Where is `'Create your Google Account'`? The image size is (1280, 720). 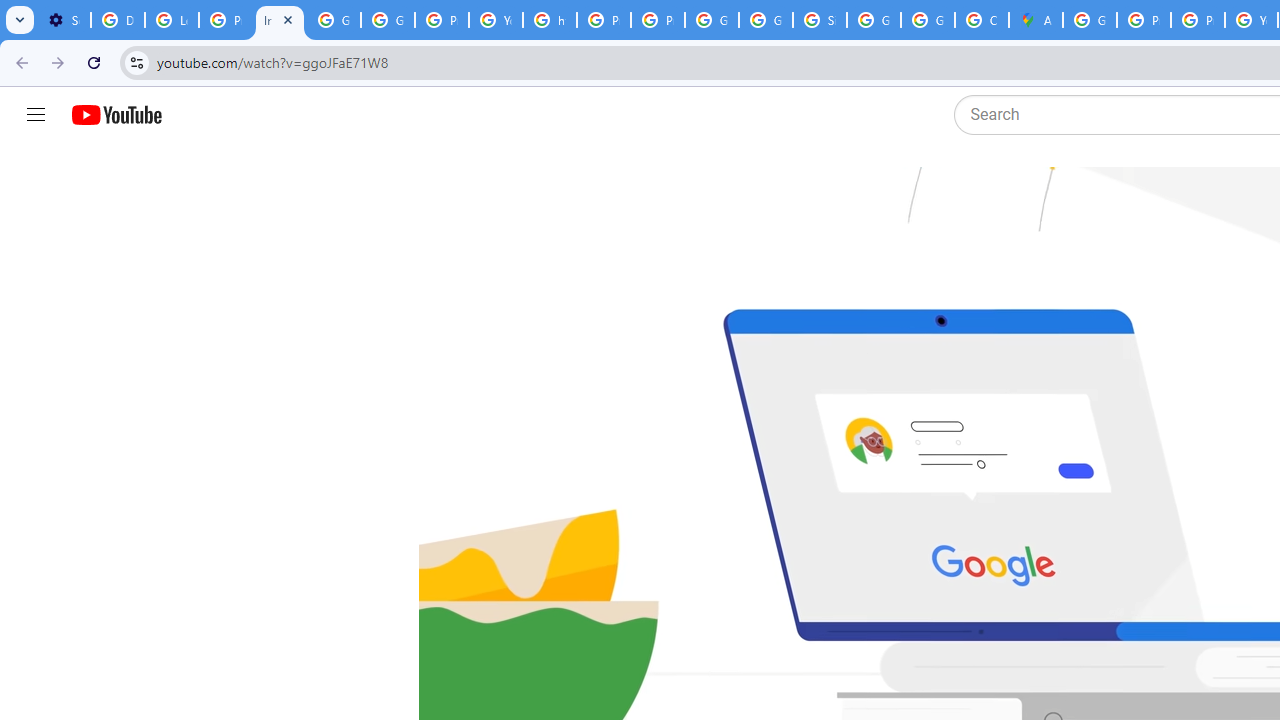
'Create your Google Account' is located at coordinates (981, 20).